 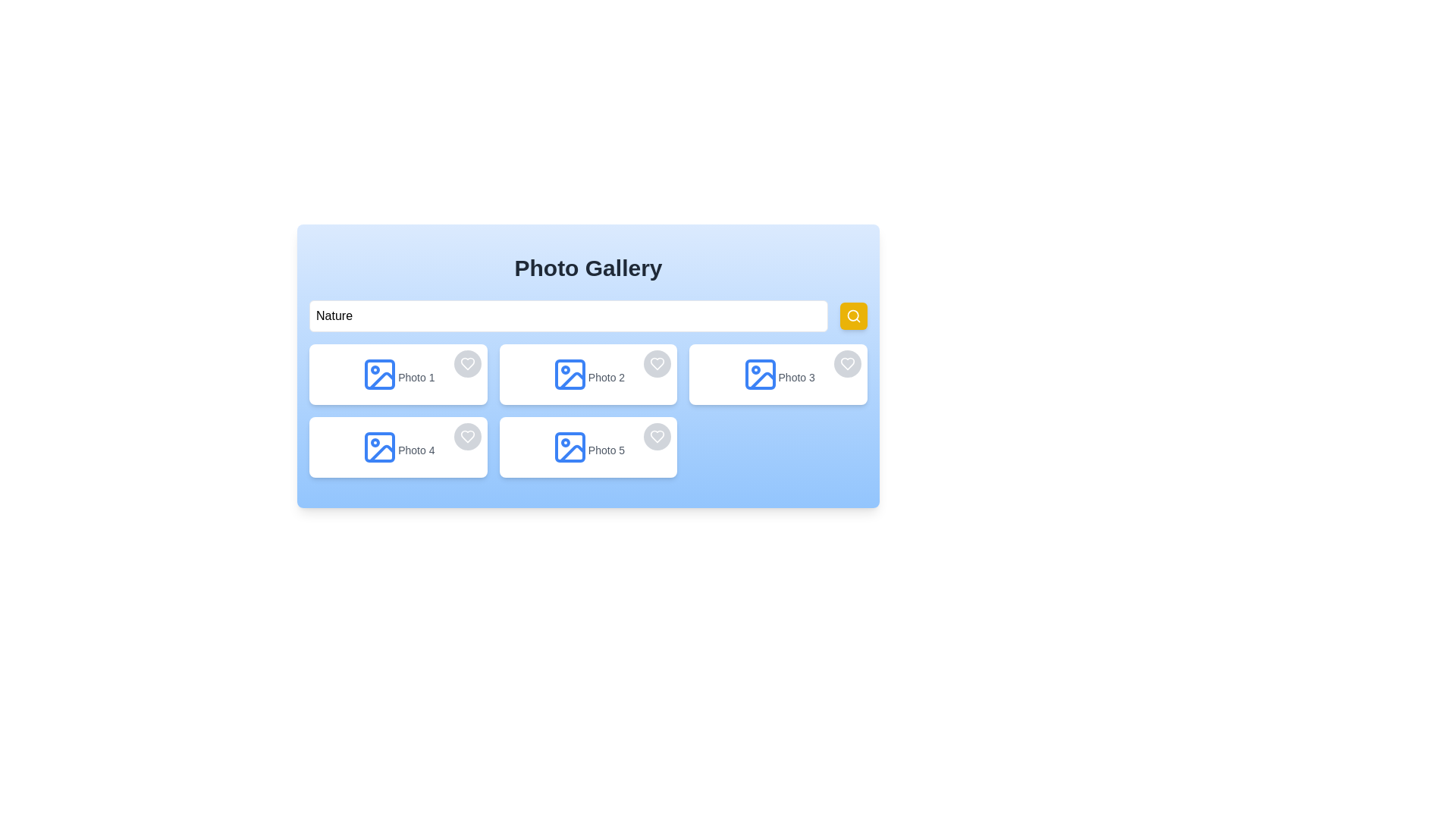 What do you see at coordinates (760, 374) in the screenshot?
I see `the vibrant blue icon with a rectangle and circle representing the 'Photo 3' tile in the photo gallery grid` at bounding box center [760, 374].